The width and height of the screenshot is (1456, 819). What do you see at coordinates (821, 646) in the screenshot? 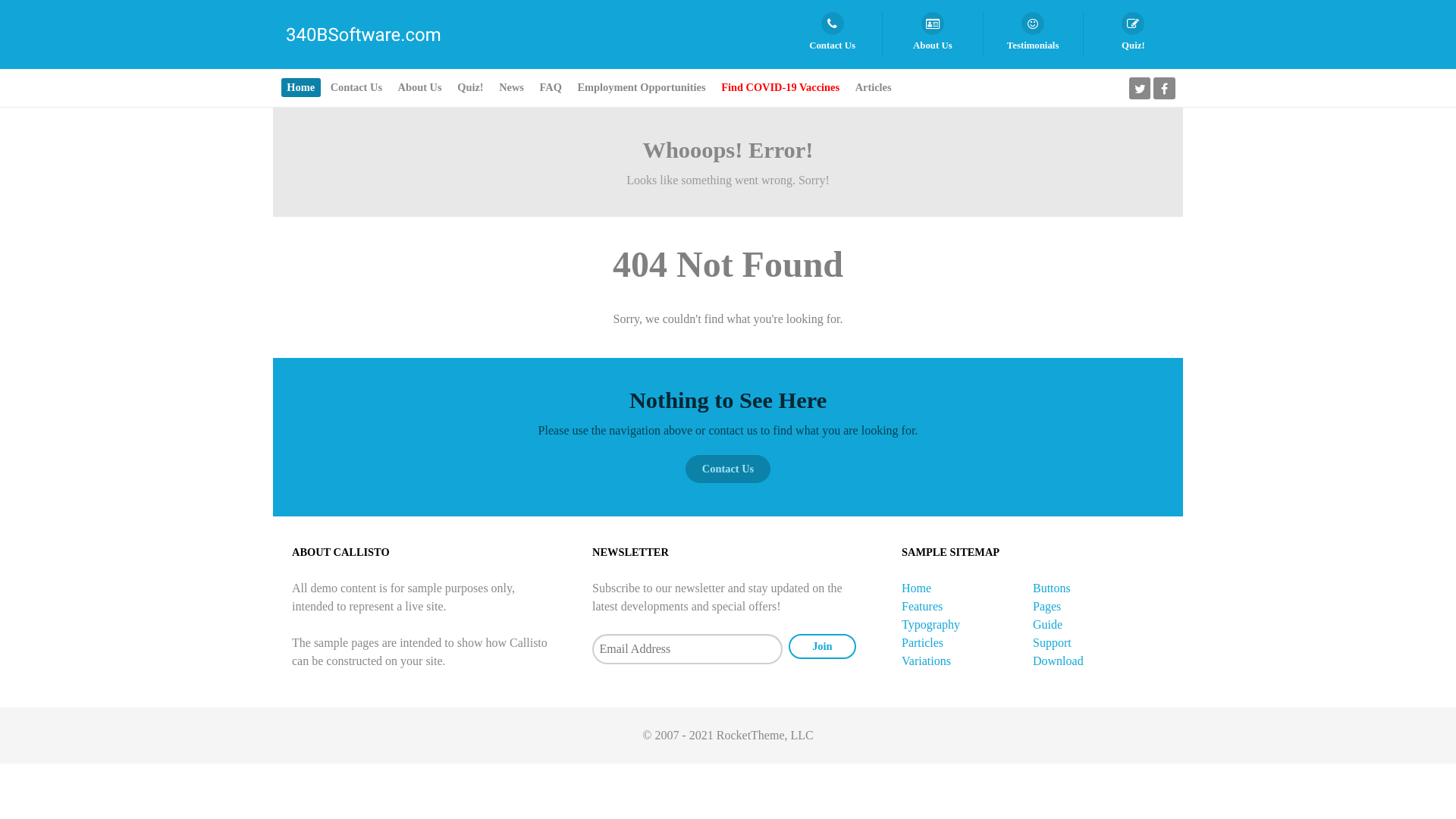
I see `'Join'` at bounding box center [821, 646].